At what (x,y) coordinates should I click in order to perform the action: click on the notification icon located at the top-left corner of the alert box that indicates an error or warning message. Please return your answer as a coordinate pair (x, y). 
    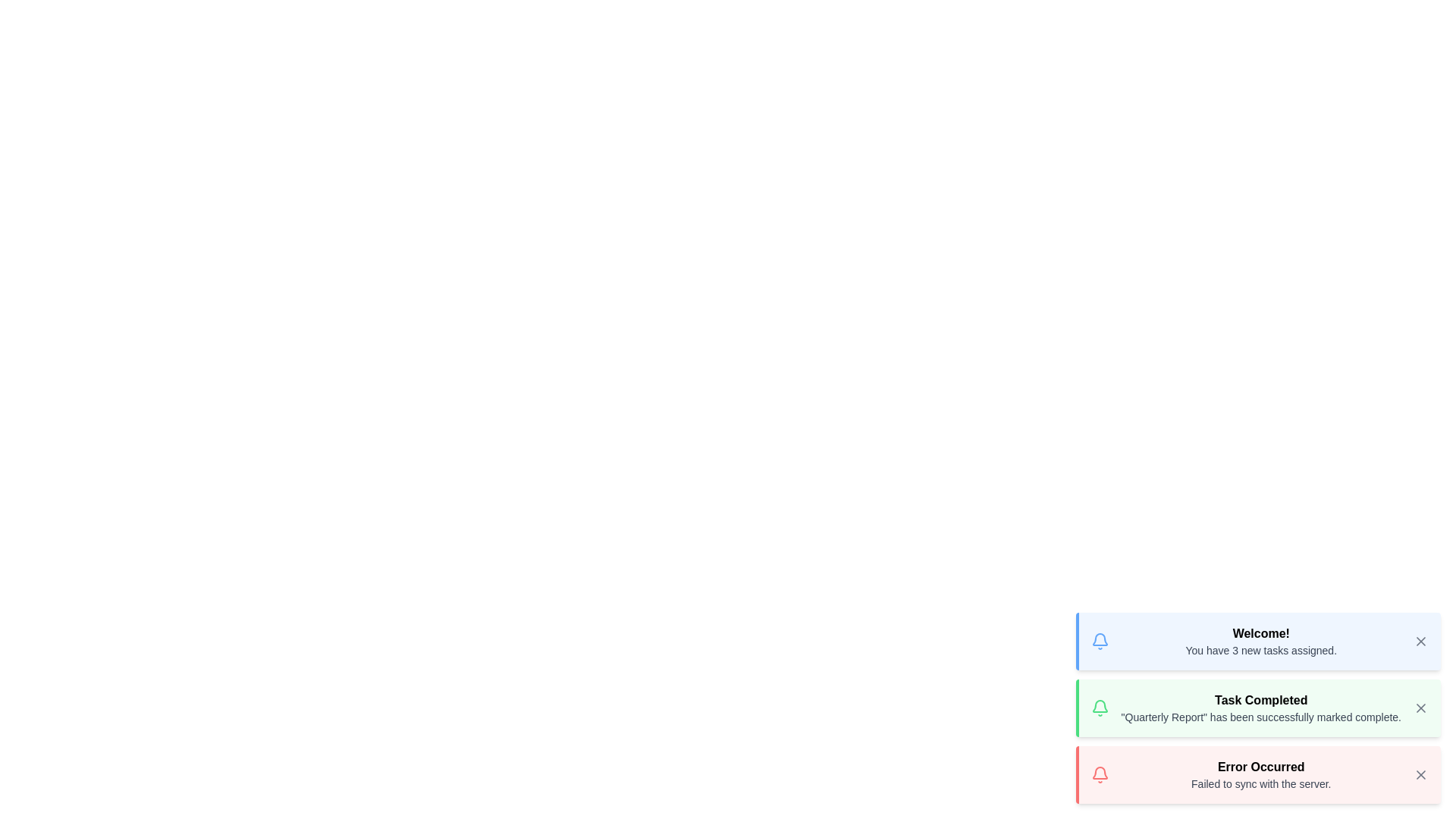
    Looking at the image, I should click on (1100, 775).